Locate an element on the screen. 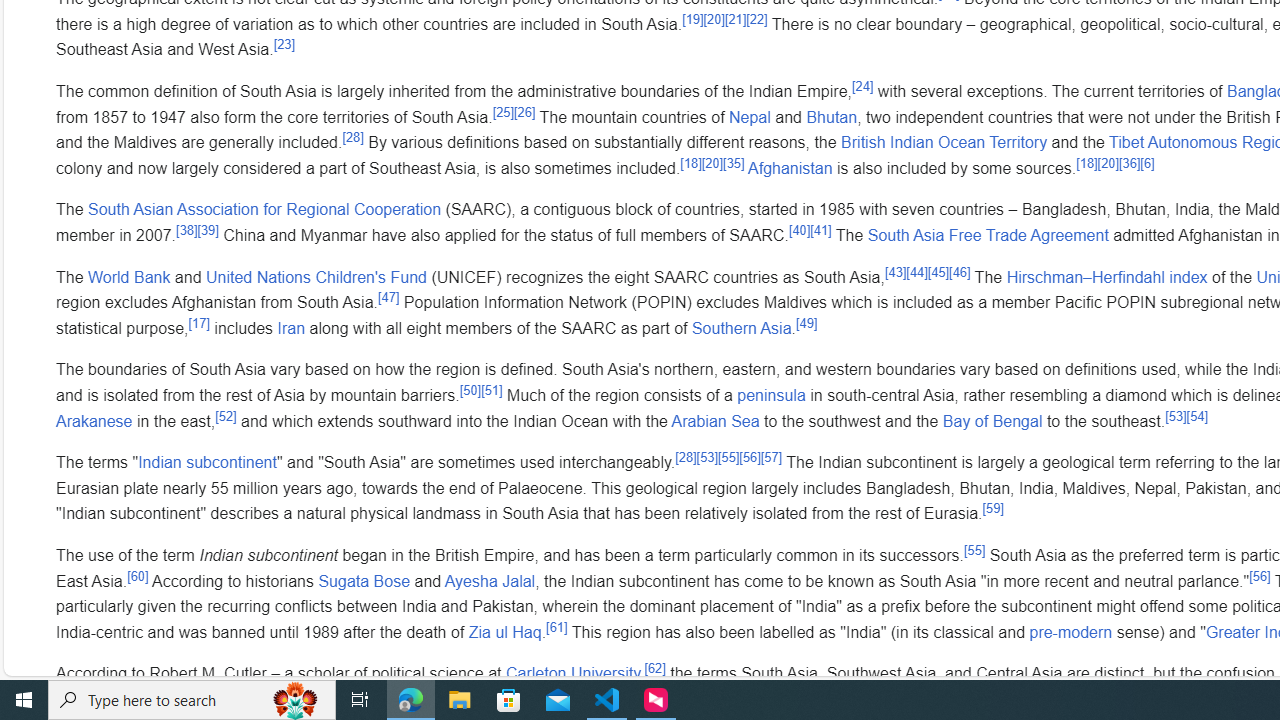  '[26]' is located at coordinates (525, 111).